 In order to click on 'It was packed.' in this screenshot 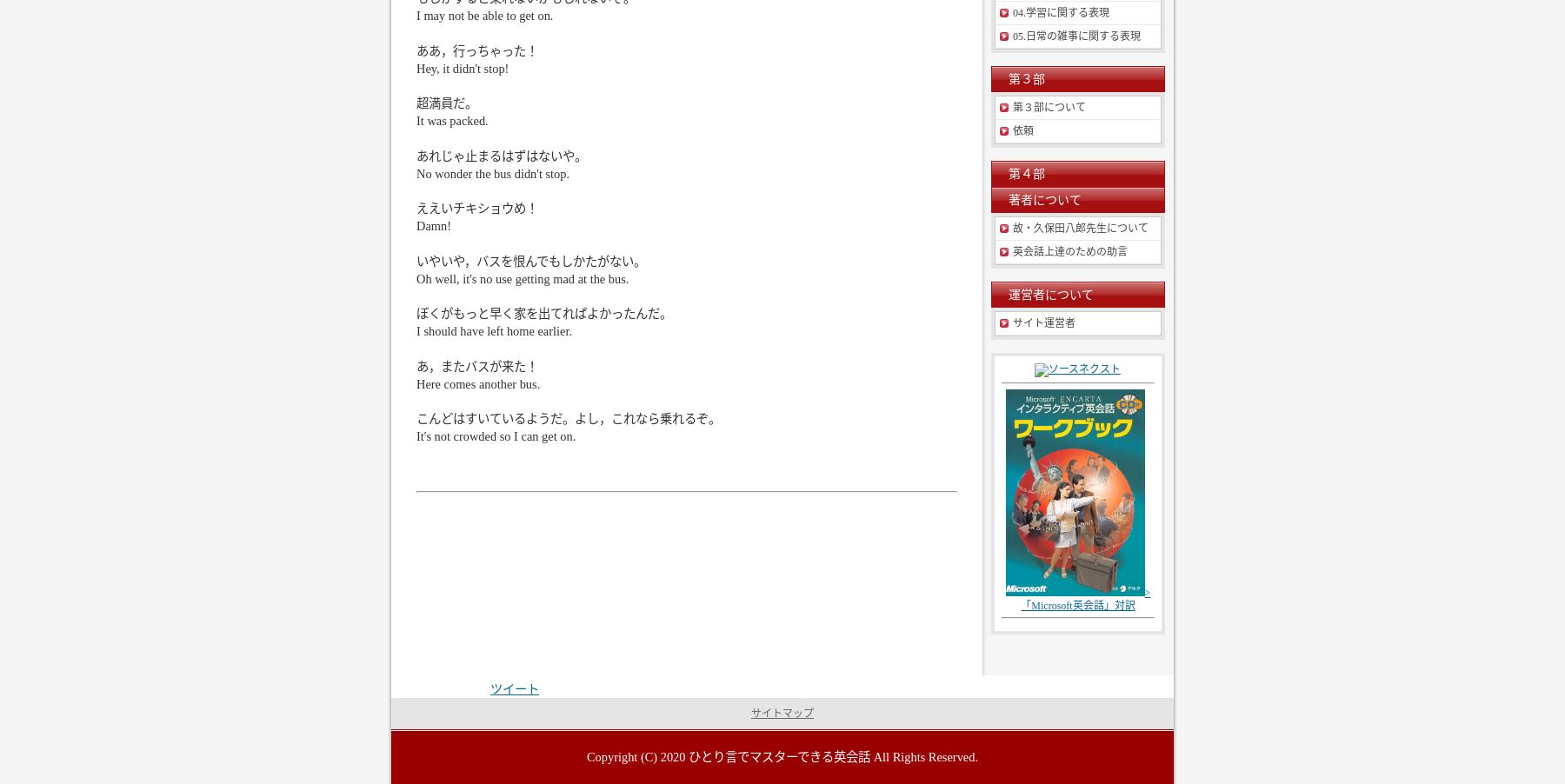, I will do `click(415, 120)`.